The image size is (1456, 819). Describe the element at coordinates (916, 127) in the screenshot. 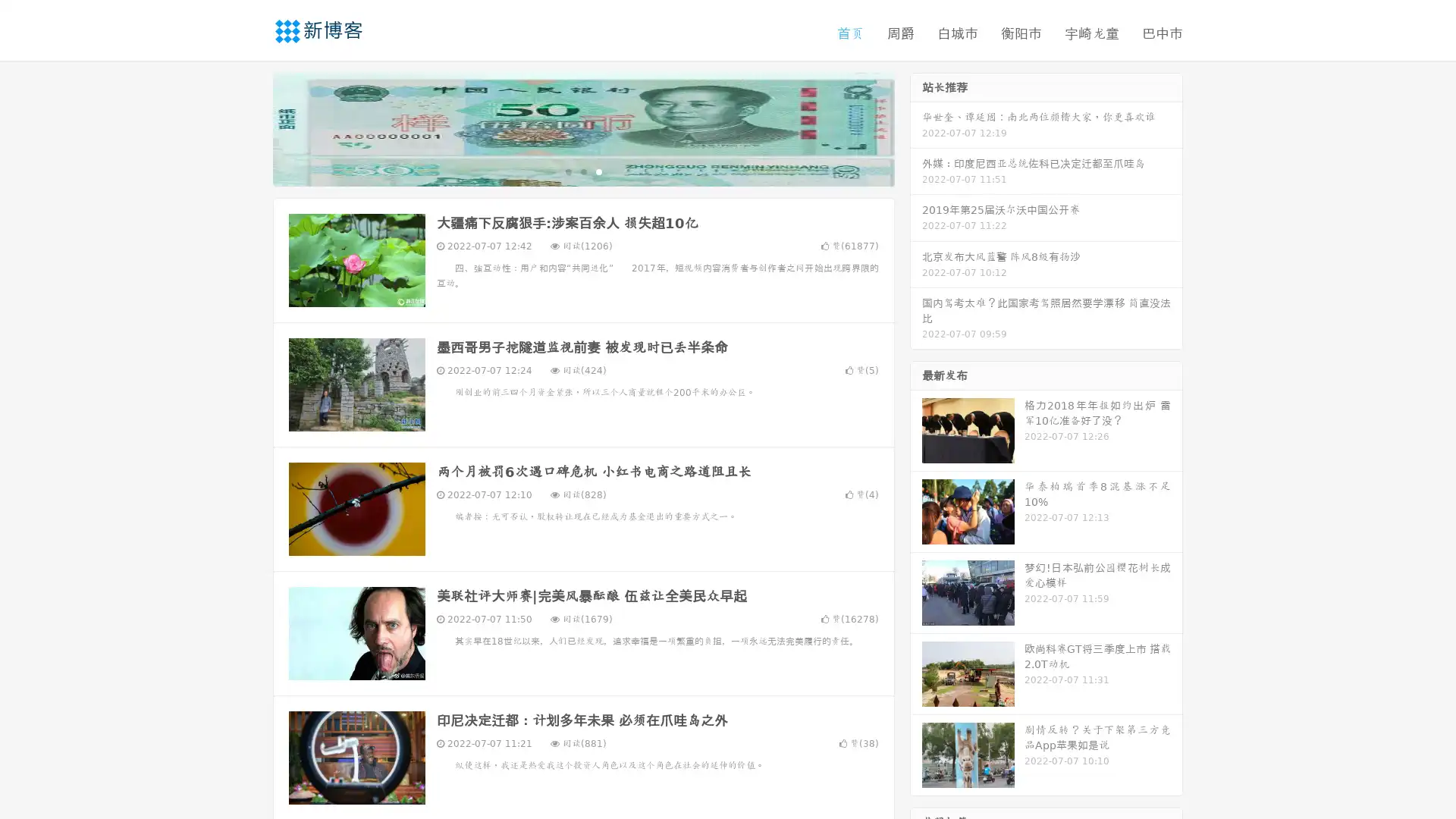

I see `Next slide` at that location.